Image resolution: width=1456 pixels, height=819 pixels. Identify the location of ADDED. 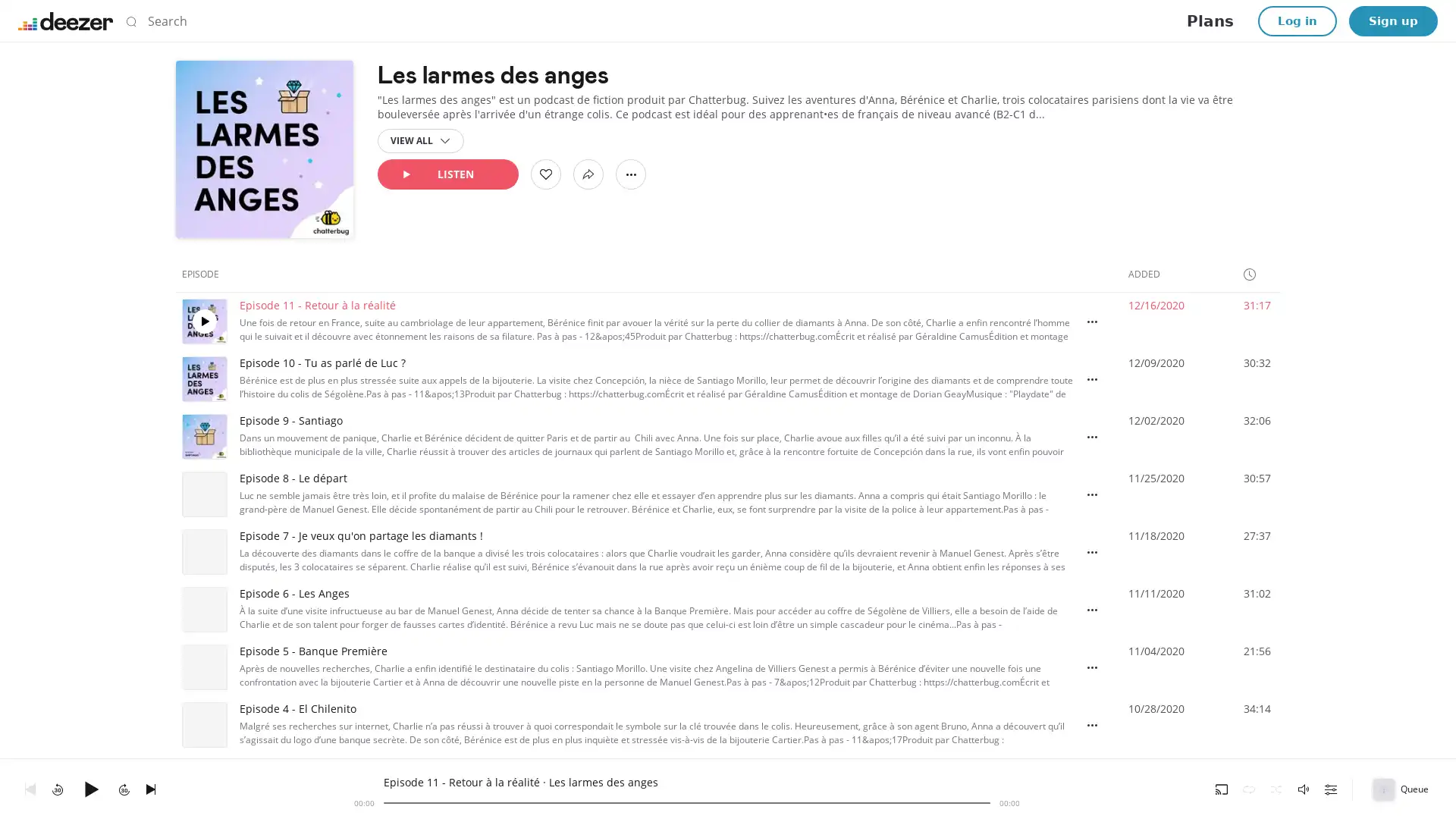
(1150, 274).